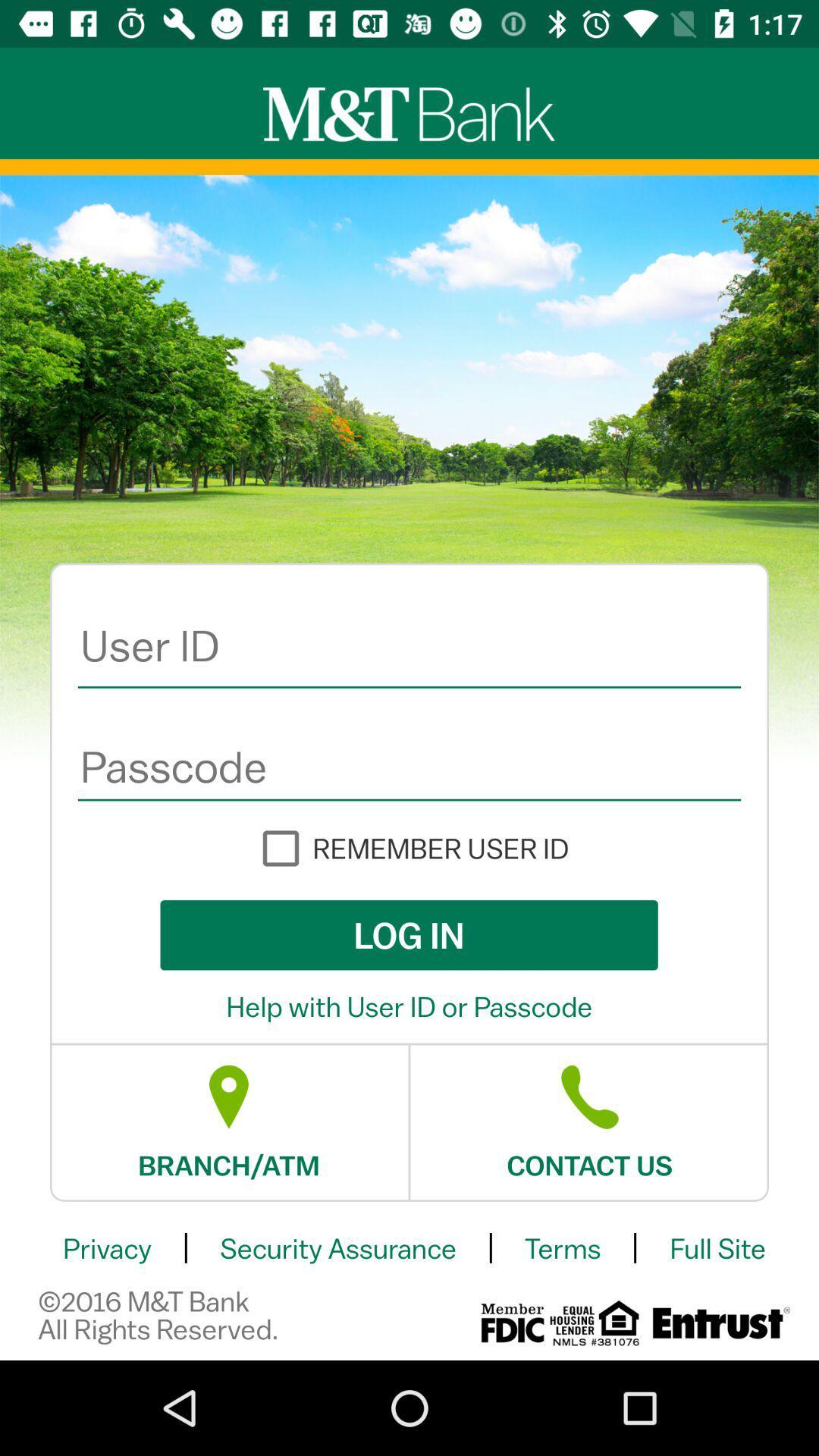 The image size is (819, 1456). I want to click on item below remember user id item, so click(408, 934).